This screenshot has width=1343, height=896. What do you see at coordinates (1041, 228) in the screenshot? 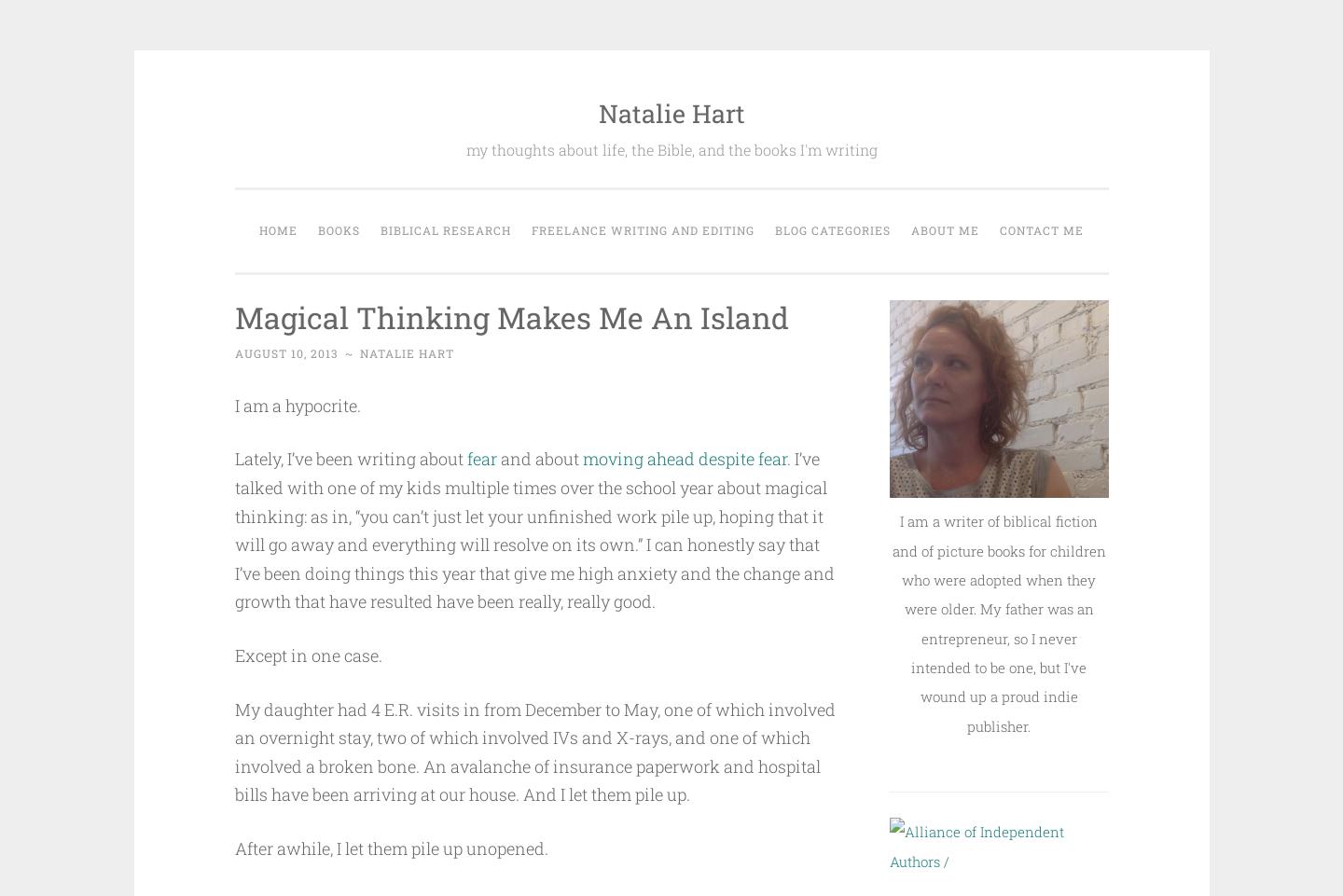
I see `'Contact me'` at bounding box center [1041, 228].